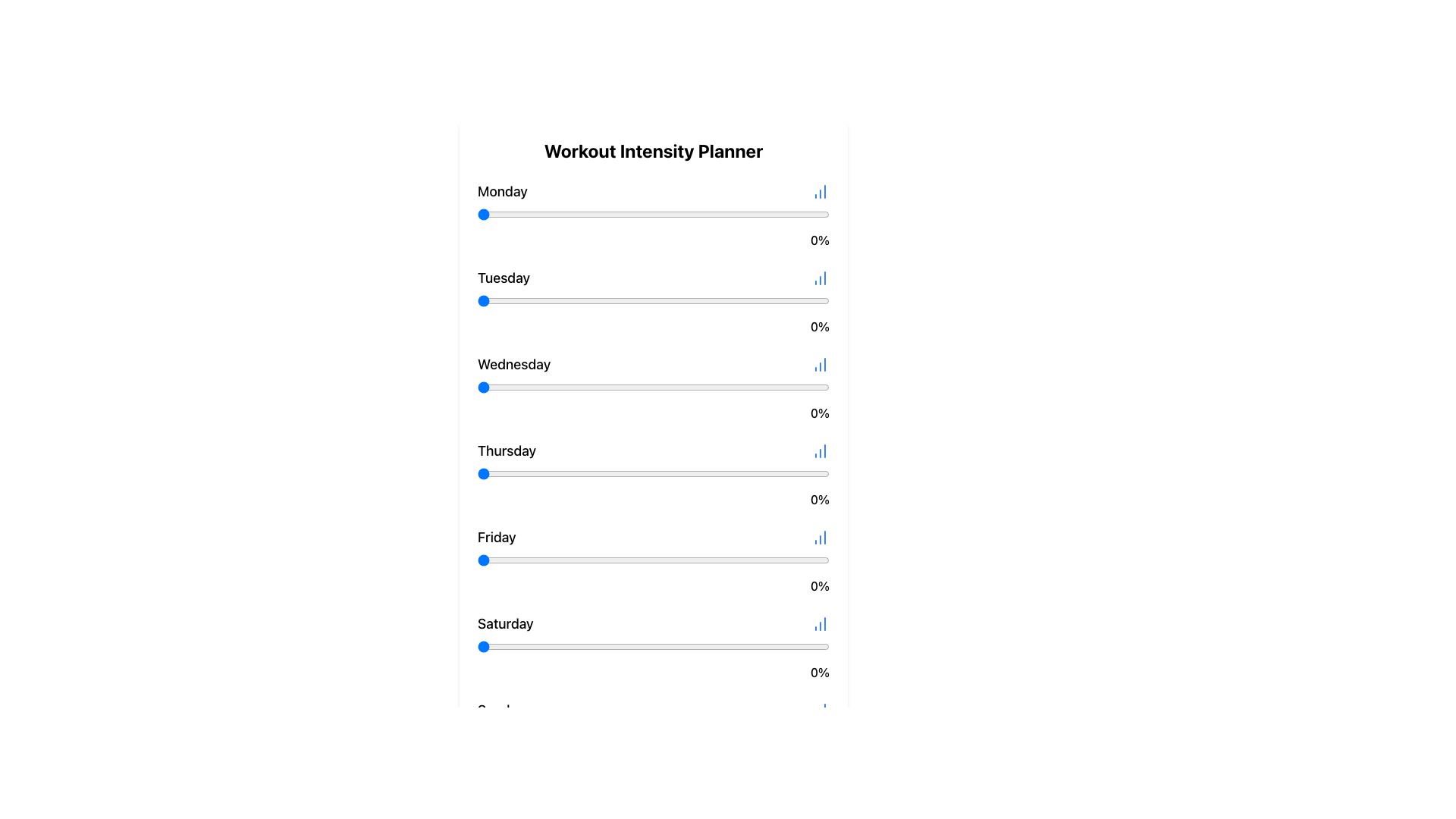 Image resolution: width=1456 pixels, height=819 pixels. I want to click on the Friday intensity, so click(661, 560).